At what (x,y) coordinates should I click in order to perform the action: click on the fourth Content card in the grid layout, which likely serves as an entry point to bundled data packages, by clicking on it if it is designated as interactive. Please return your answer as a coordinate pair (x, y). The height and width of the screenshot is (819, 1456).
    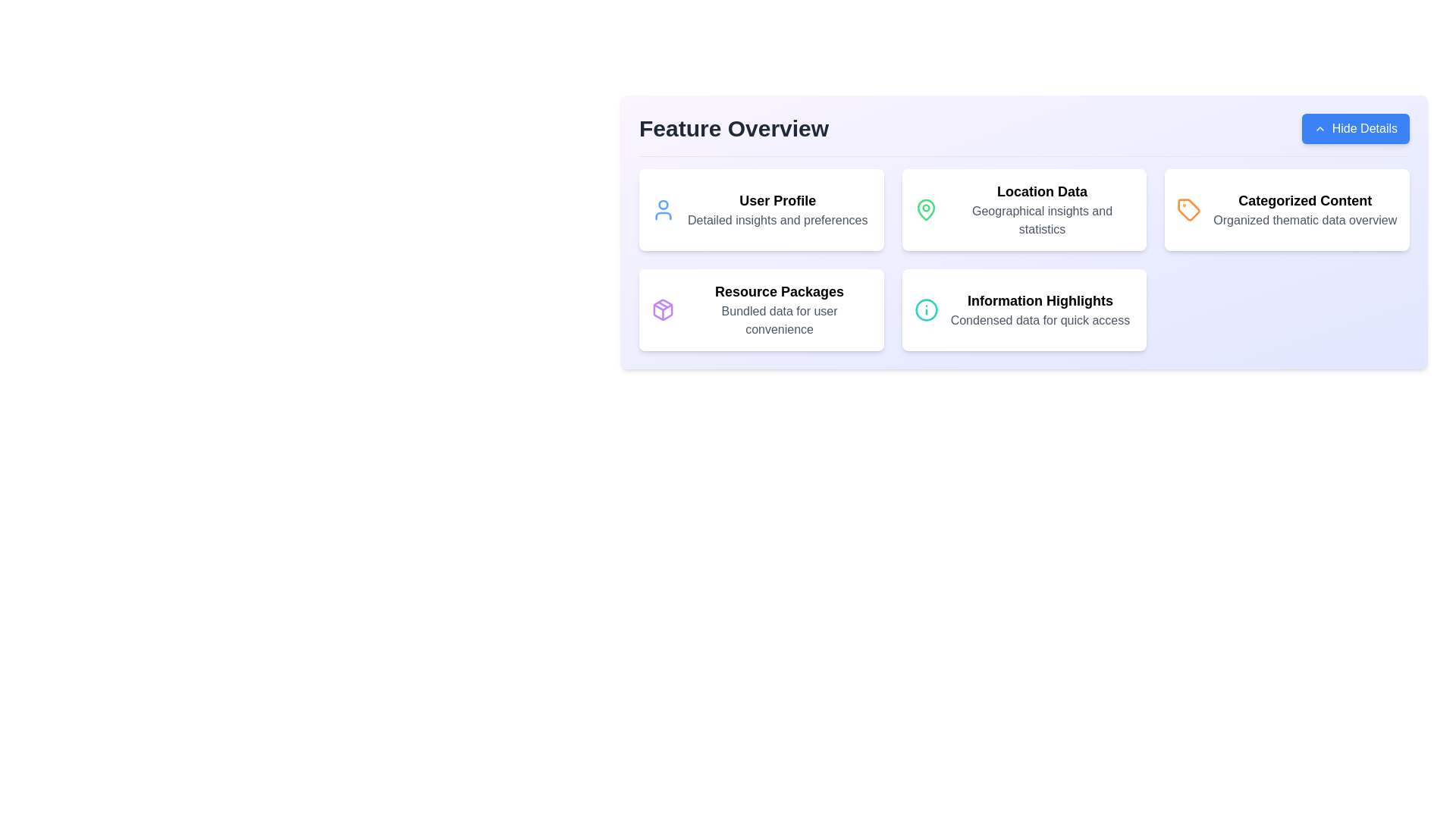
    Looking at the image, I should click on (761, 309).